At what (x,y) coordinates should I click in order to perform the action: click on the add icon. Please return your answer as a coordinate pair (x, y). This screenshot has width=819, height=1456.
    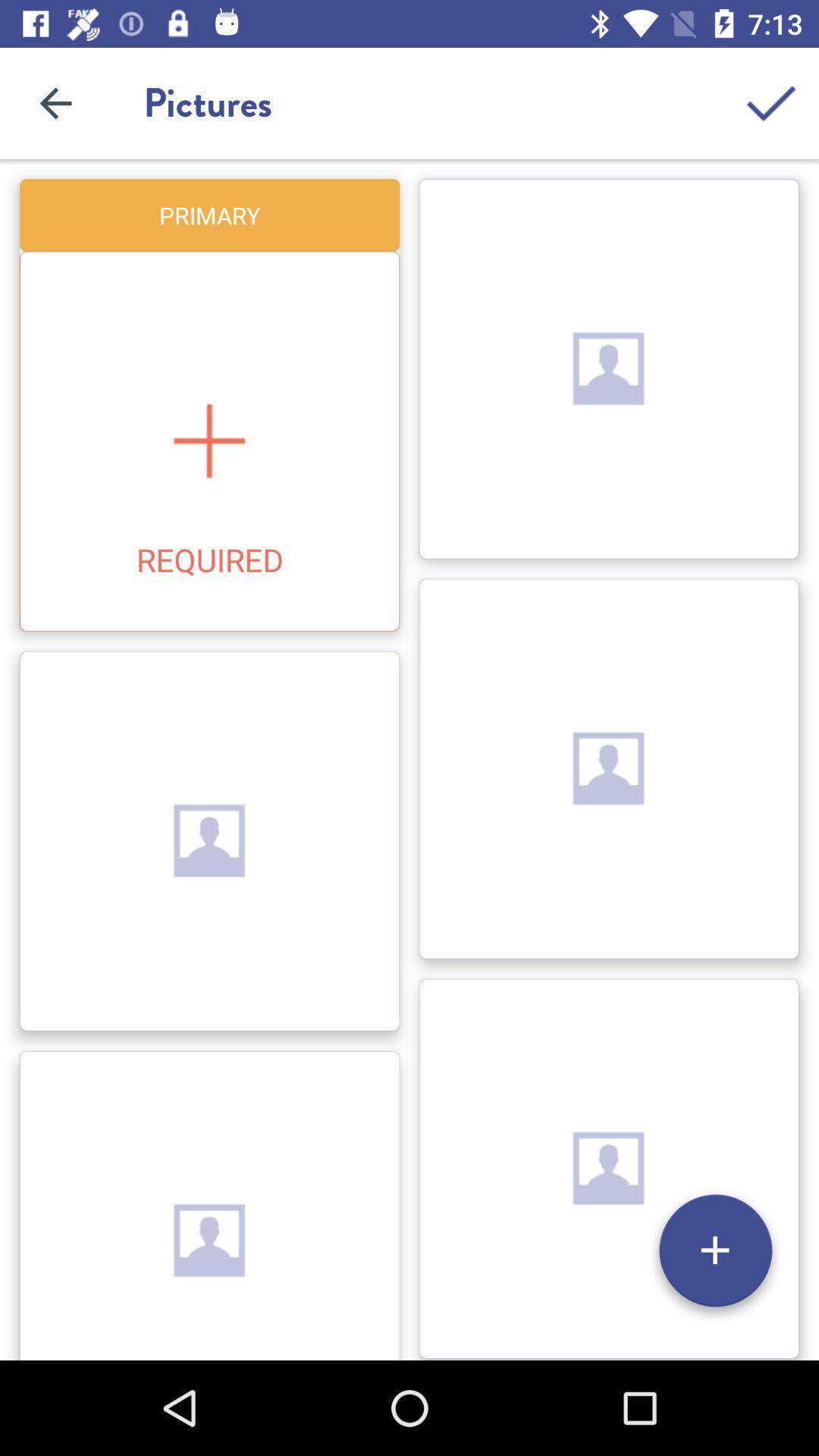
    Looking at the image, I should click on (715, 1257).